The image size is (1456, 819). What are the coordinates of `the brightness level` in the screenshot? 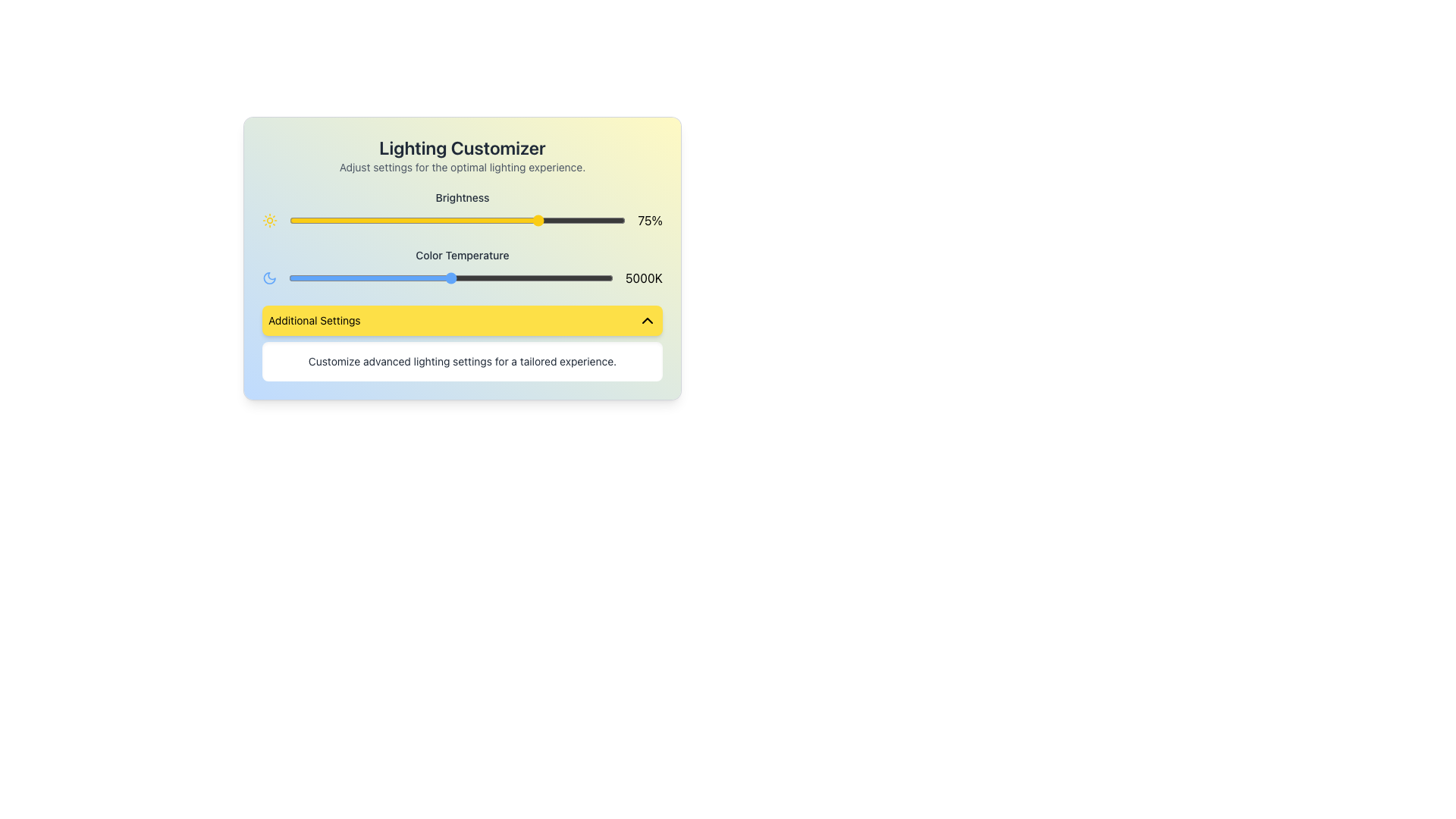 It's located at (588, 220).